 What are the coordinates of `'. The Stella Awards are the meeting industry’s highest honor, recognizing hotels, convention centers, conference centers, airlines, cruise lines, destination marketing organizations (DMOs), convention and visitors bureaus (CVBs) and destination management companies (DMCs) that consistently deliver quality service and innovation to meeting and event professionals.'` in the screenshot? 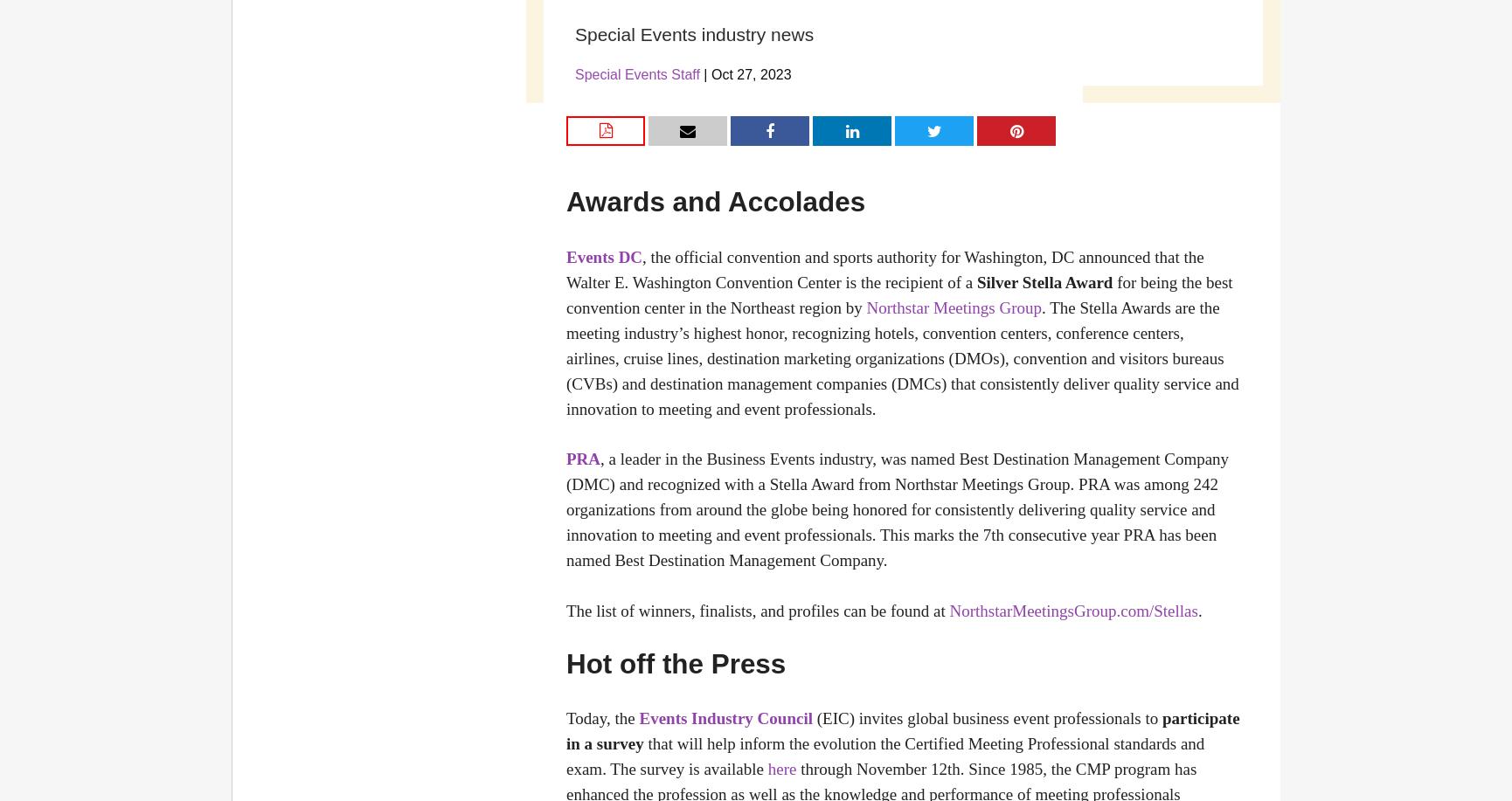 It's located at (901, 357).